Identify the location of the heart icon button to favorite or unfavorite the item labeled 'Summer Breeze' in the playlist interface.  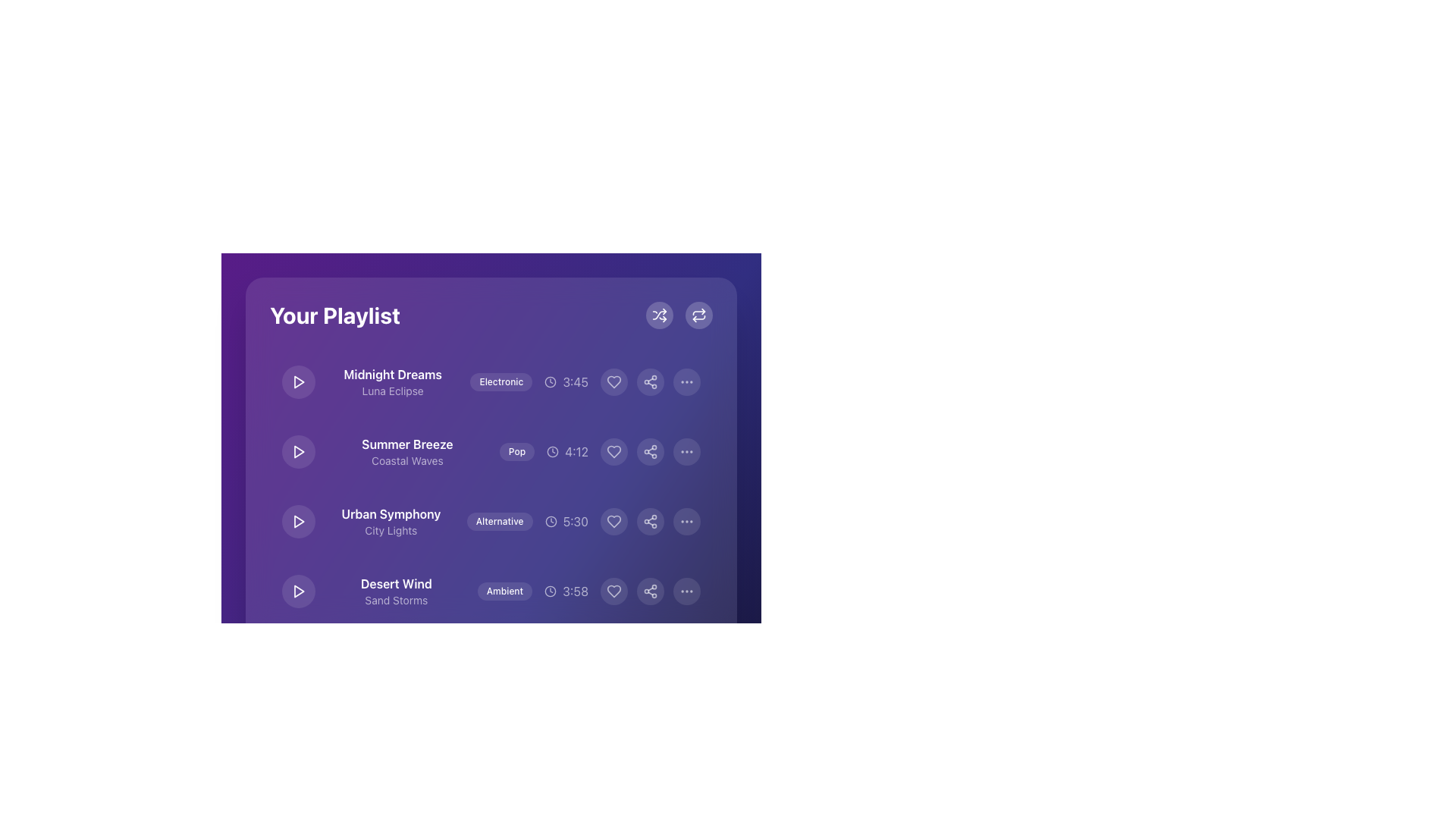
(614, 451).